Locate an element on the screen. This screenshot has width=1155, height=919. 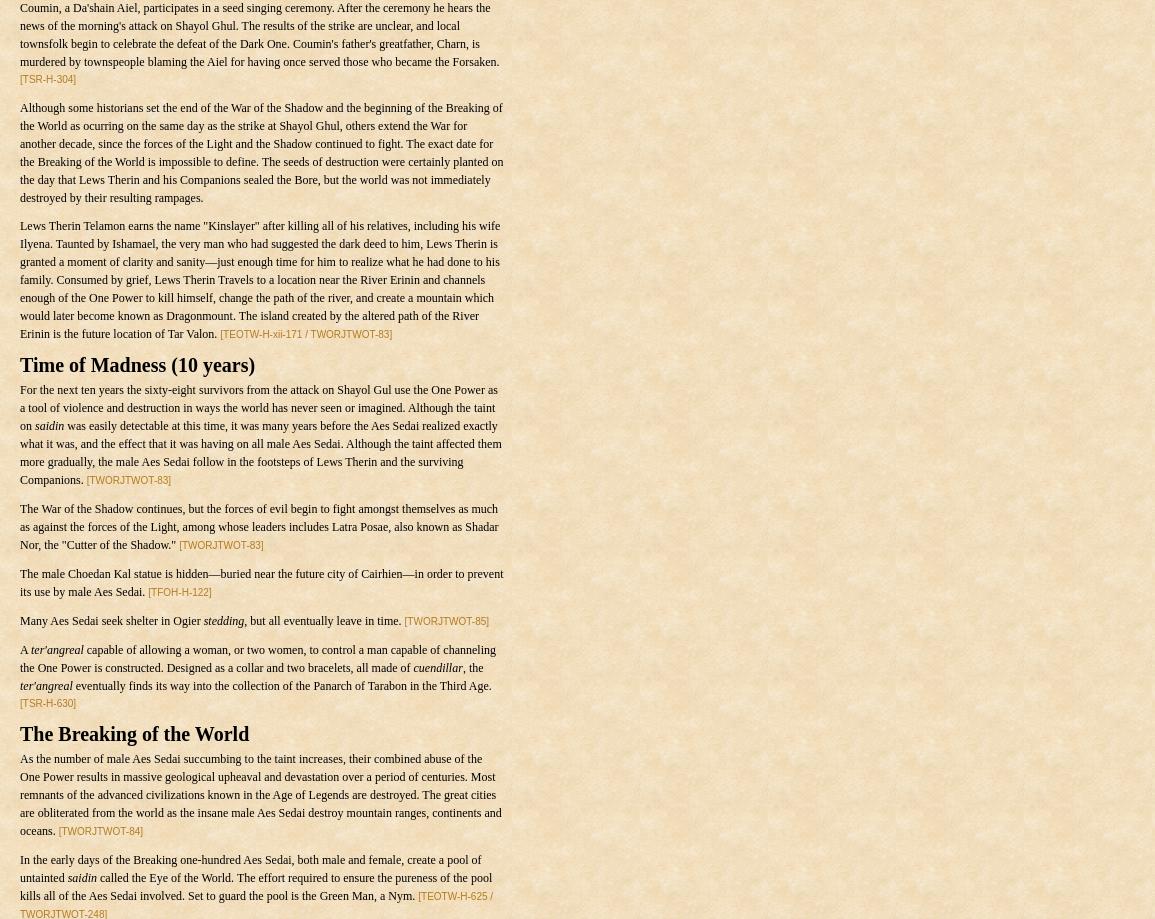
'The male Choedan Kal statue is hidden—buried near the future city of Cairhien—in order to prevent its use by male Aes Sedai.' is located at coordinates (261, 583).